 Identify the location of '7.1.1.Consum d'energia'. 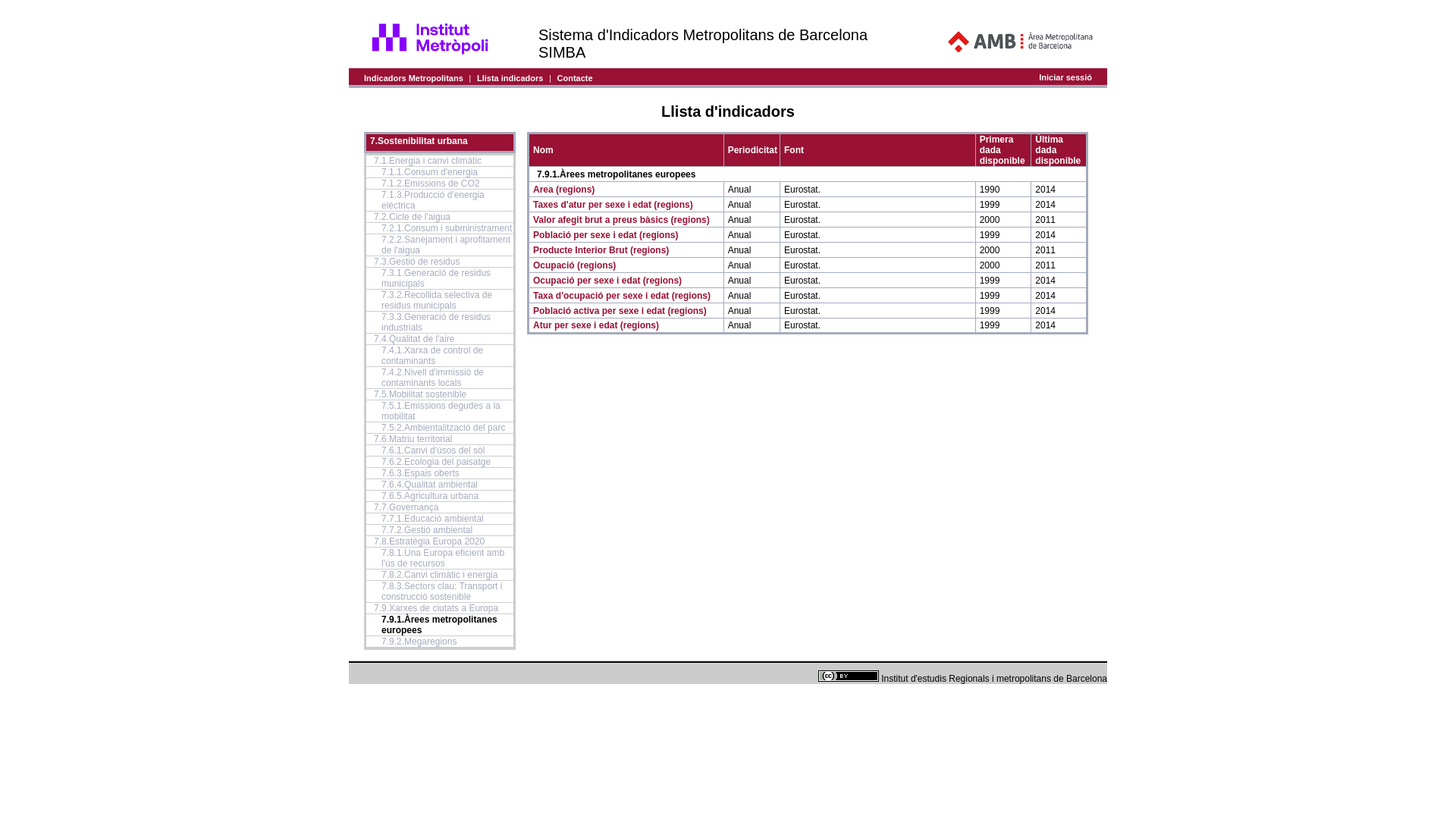
(428, 171).